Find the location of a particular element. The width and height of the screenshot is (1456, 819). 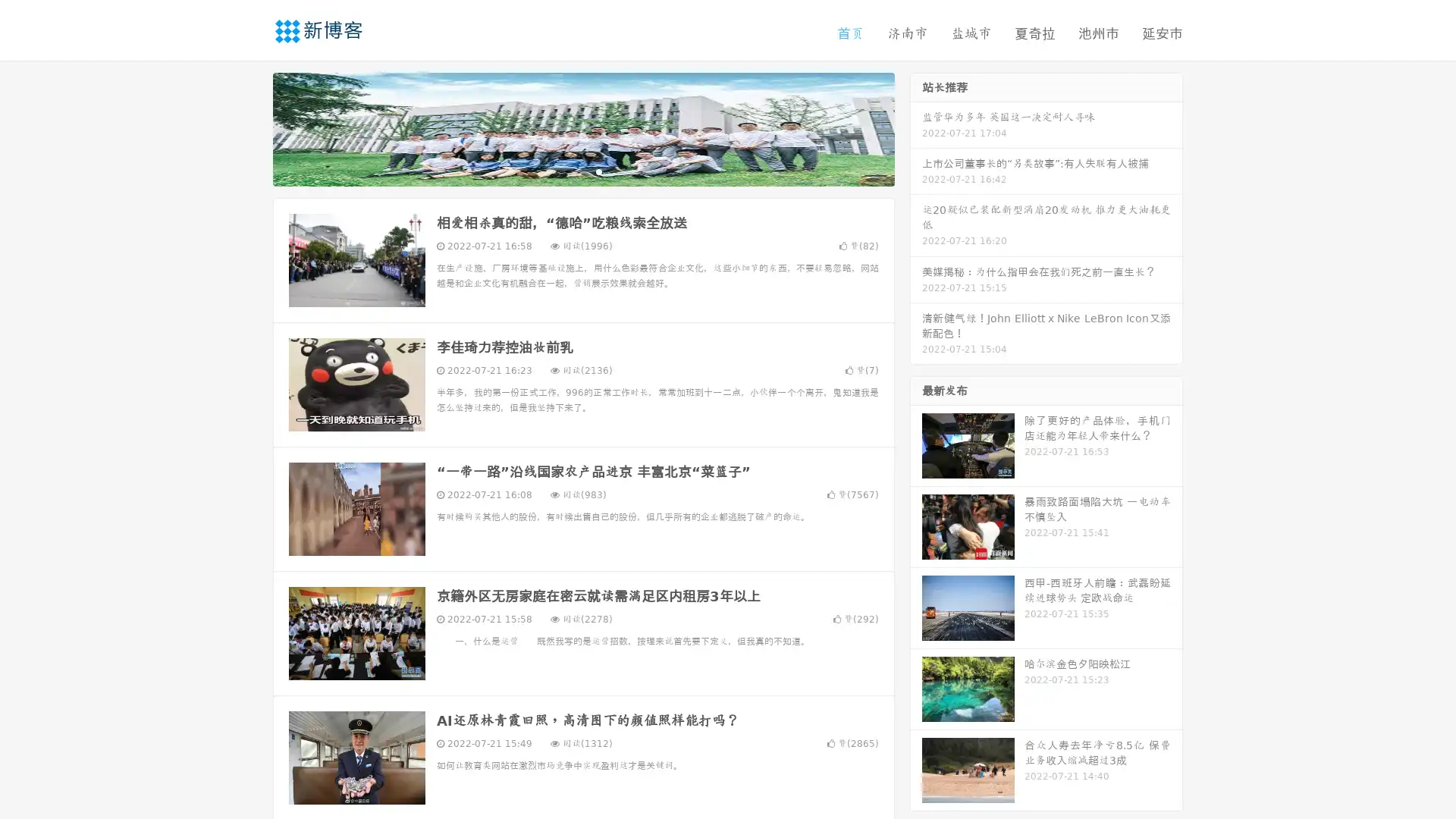

Go to slide 3 is located at coordinates (598, 171).